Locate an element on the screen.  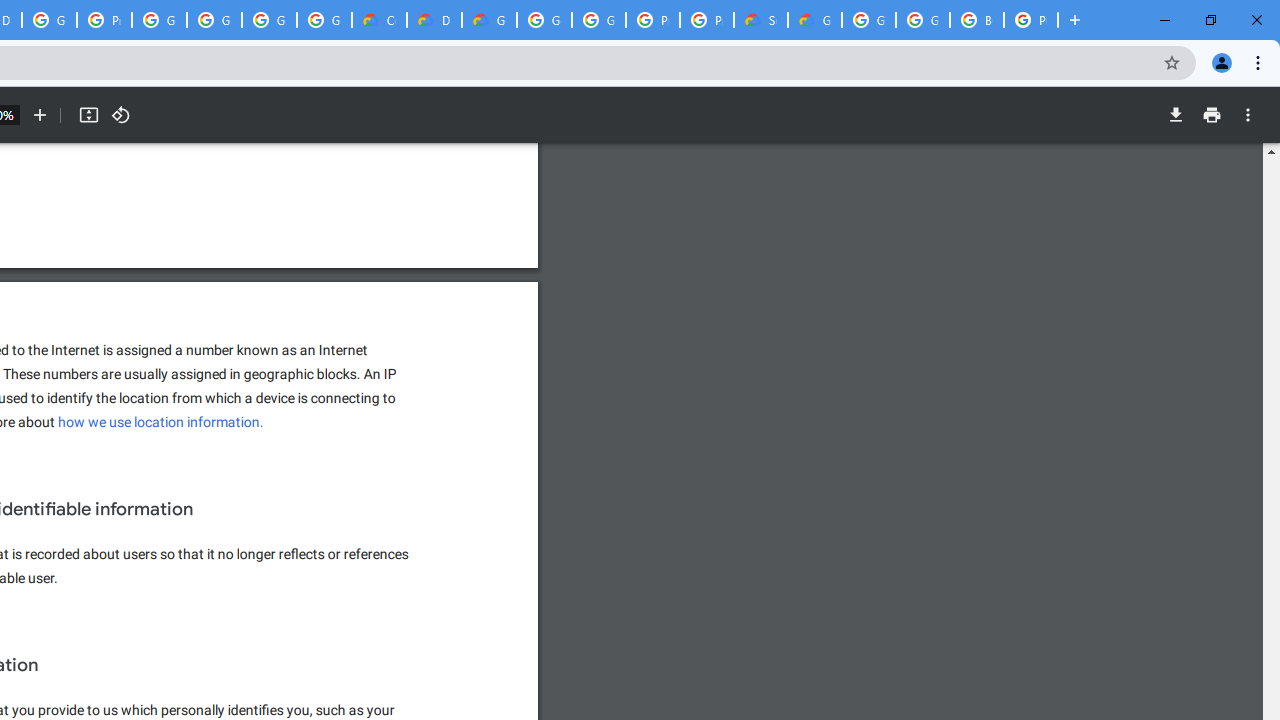
'Customer Care | Google Cloud' is located at coordinates (379, 20).